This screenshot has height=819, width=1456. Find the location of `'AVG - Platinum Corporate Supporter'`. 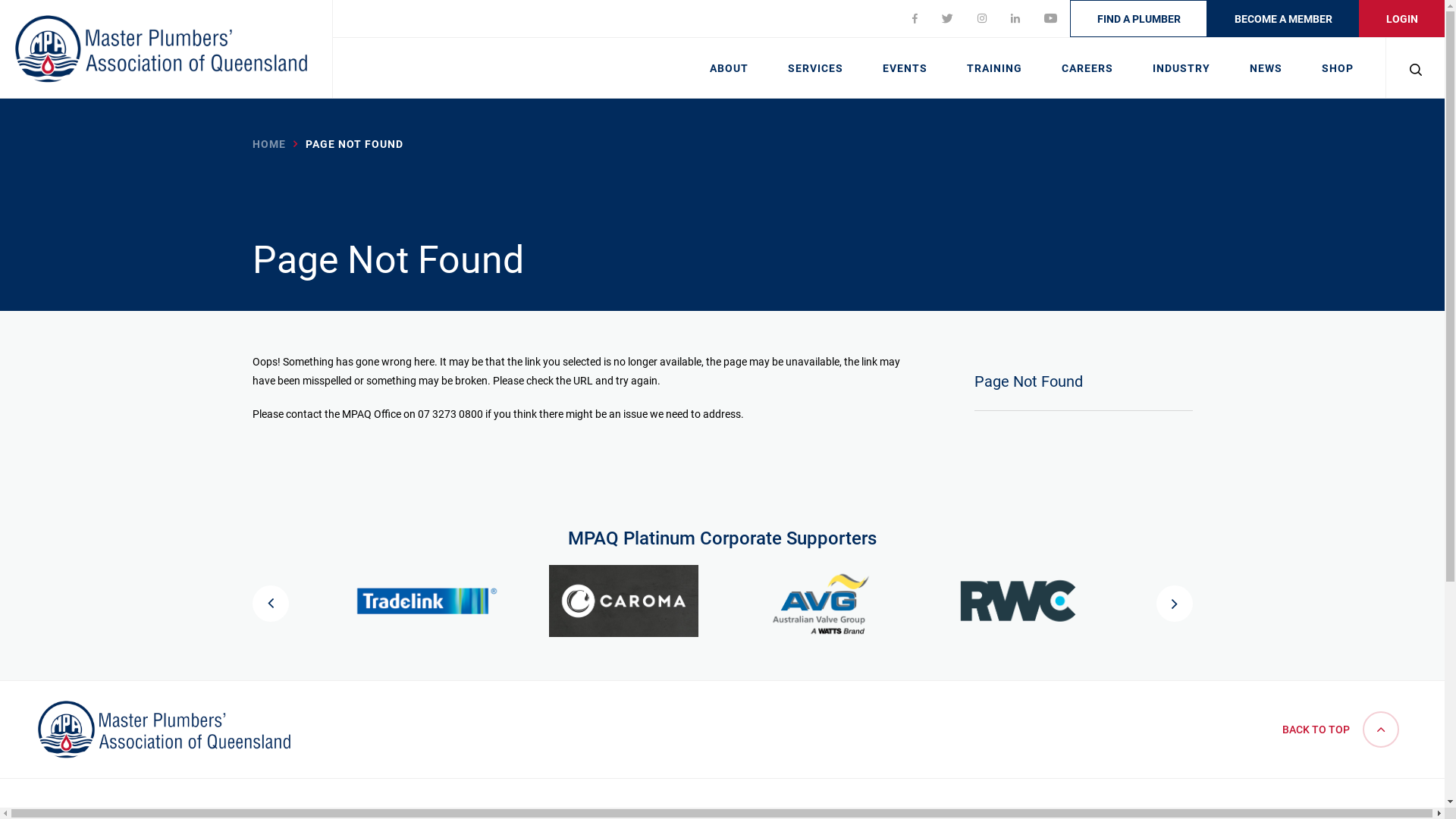

'AVG - Platinum Corporate Supporter' is located at coordinates (745, 600).